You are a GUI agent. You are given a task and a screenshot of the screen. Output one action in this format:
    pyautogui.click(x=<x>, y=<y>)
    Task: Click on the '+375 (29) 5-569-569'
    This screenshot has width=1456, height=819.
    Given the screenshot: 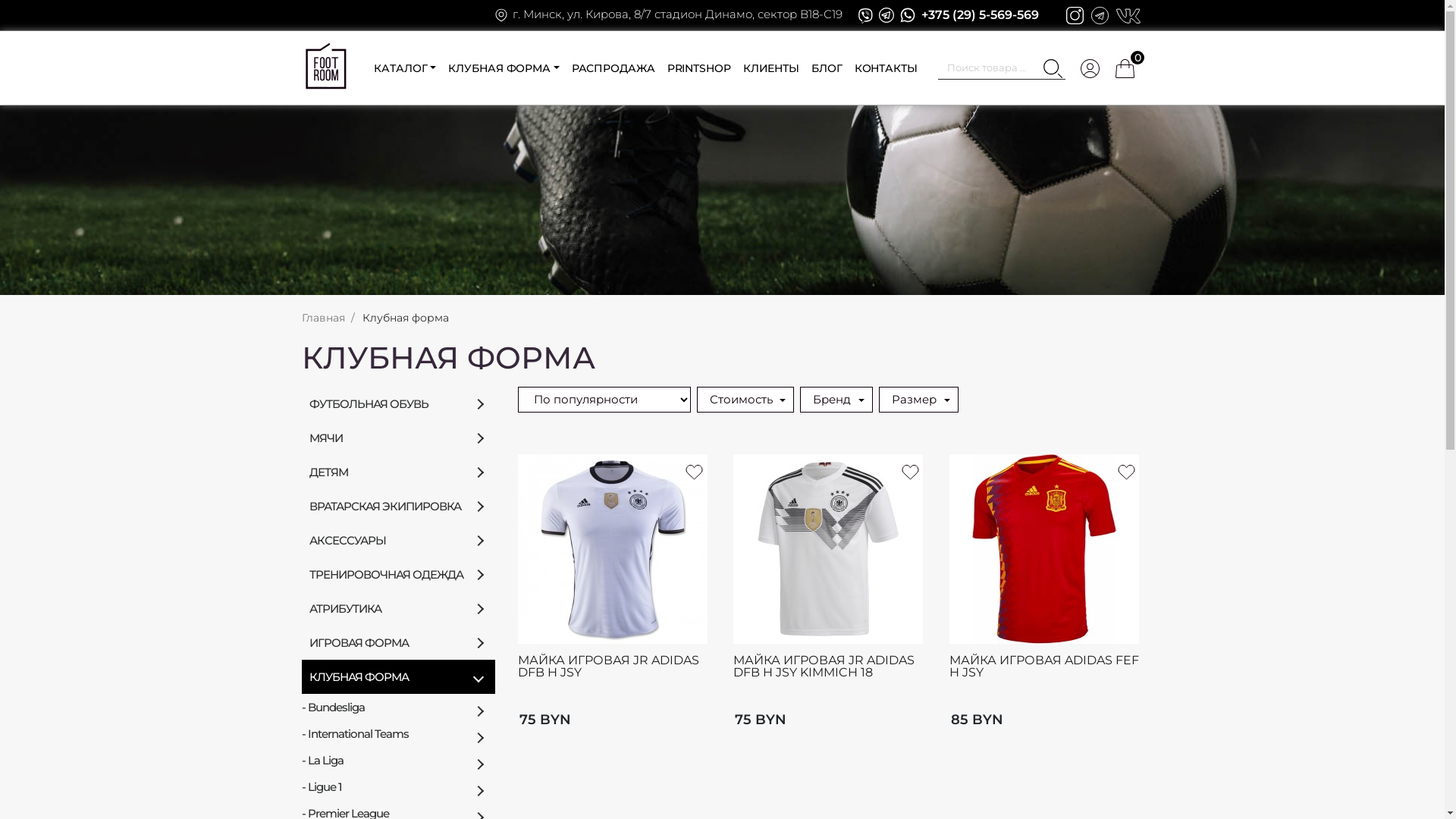 What is the action you would take?
    pyautogui.click(x=980, y=14)
    